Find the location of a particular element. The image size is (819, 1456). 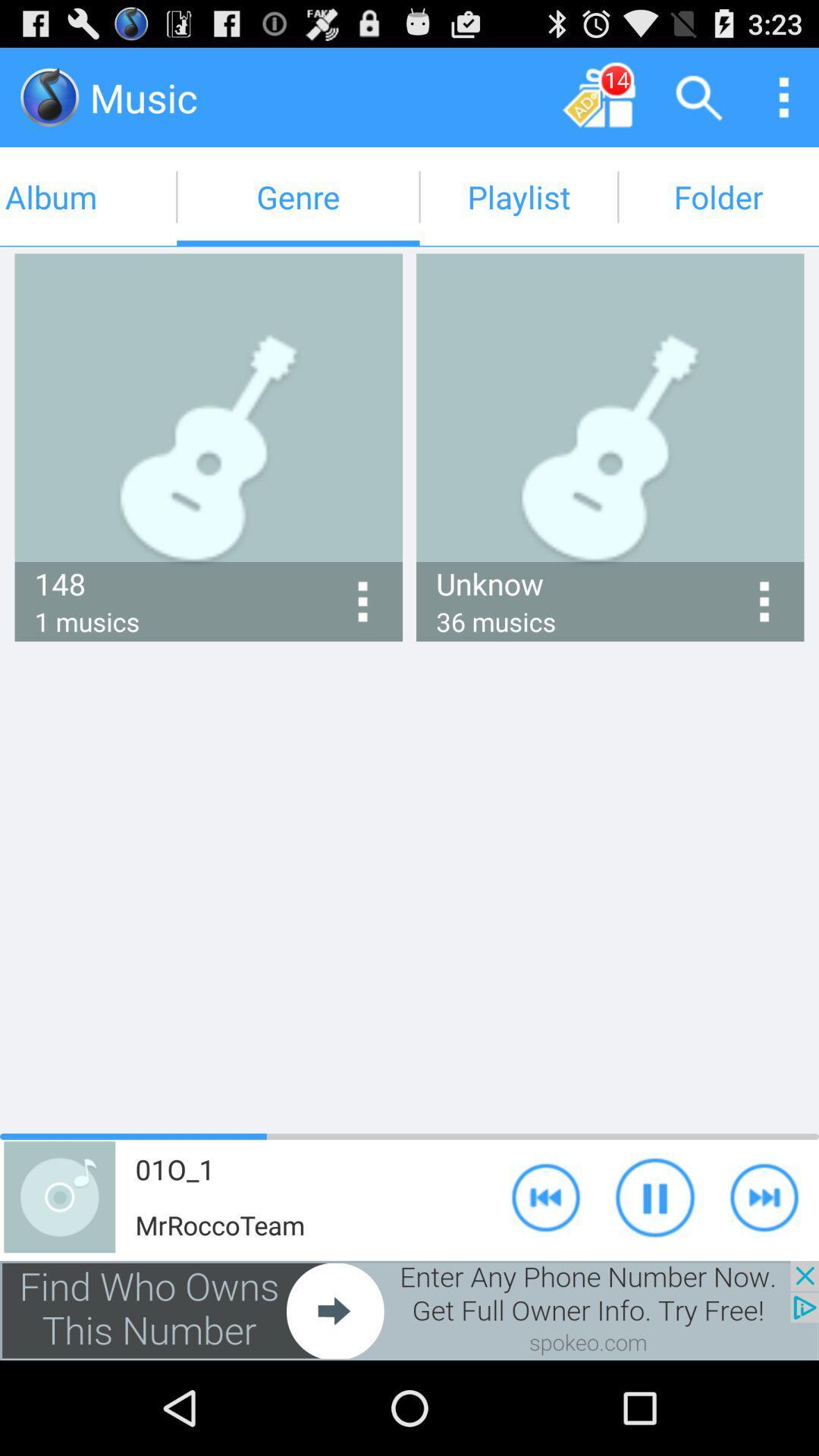

the pause icon is located at coordinates (654, 1280).